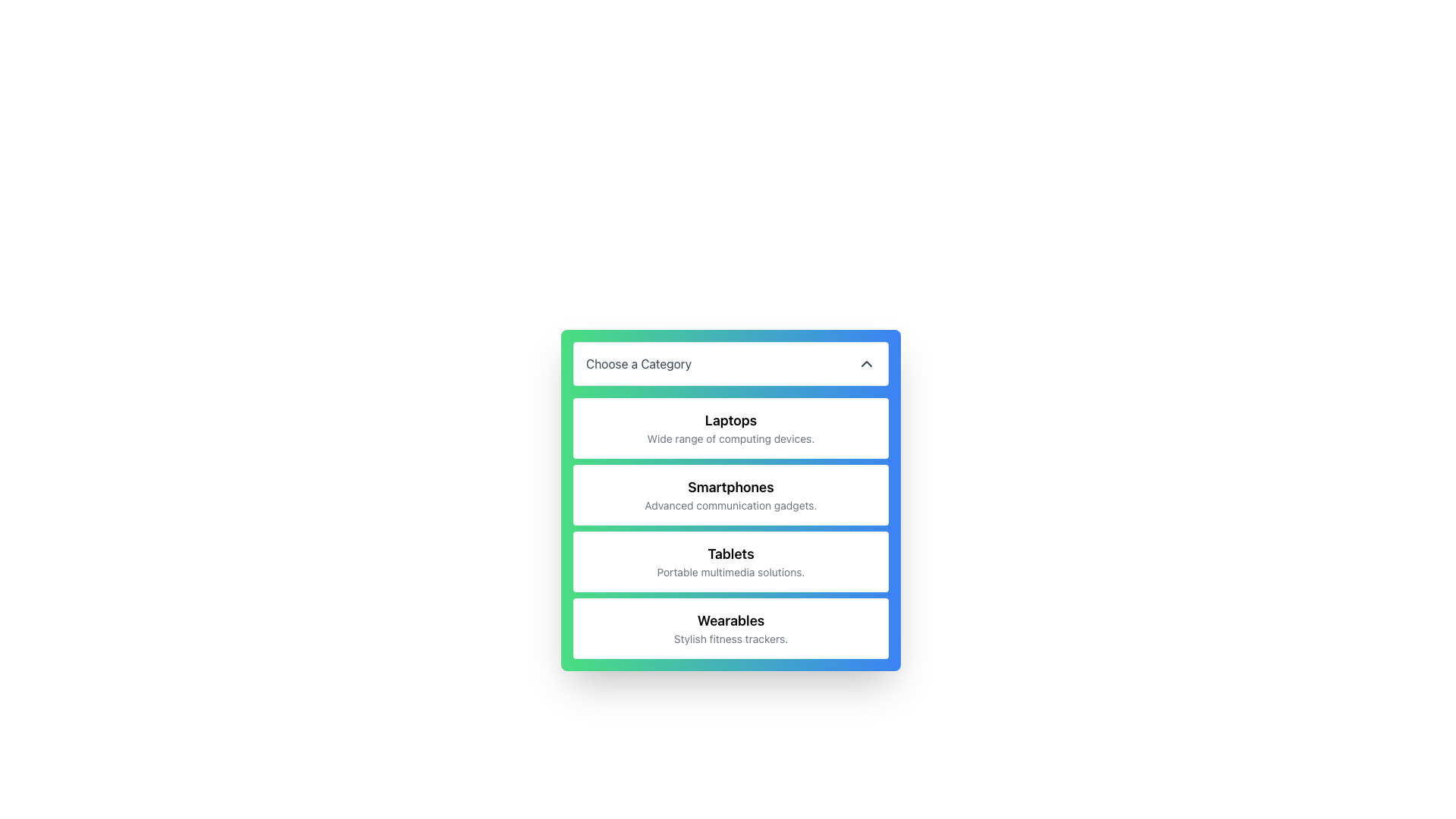 Image resolution: width=1456 pixels, height=819 pixels. I want to click on the 'Laptops' category selection button located beneath the 'Choose a Category' title bar, so click(731, 428).